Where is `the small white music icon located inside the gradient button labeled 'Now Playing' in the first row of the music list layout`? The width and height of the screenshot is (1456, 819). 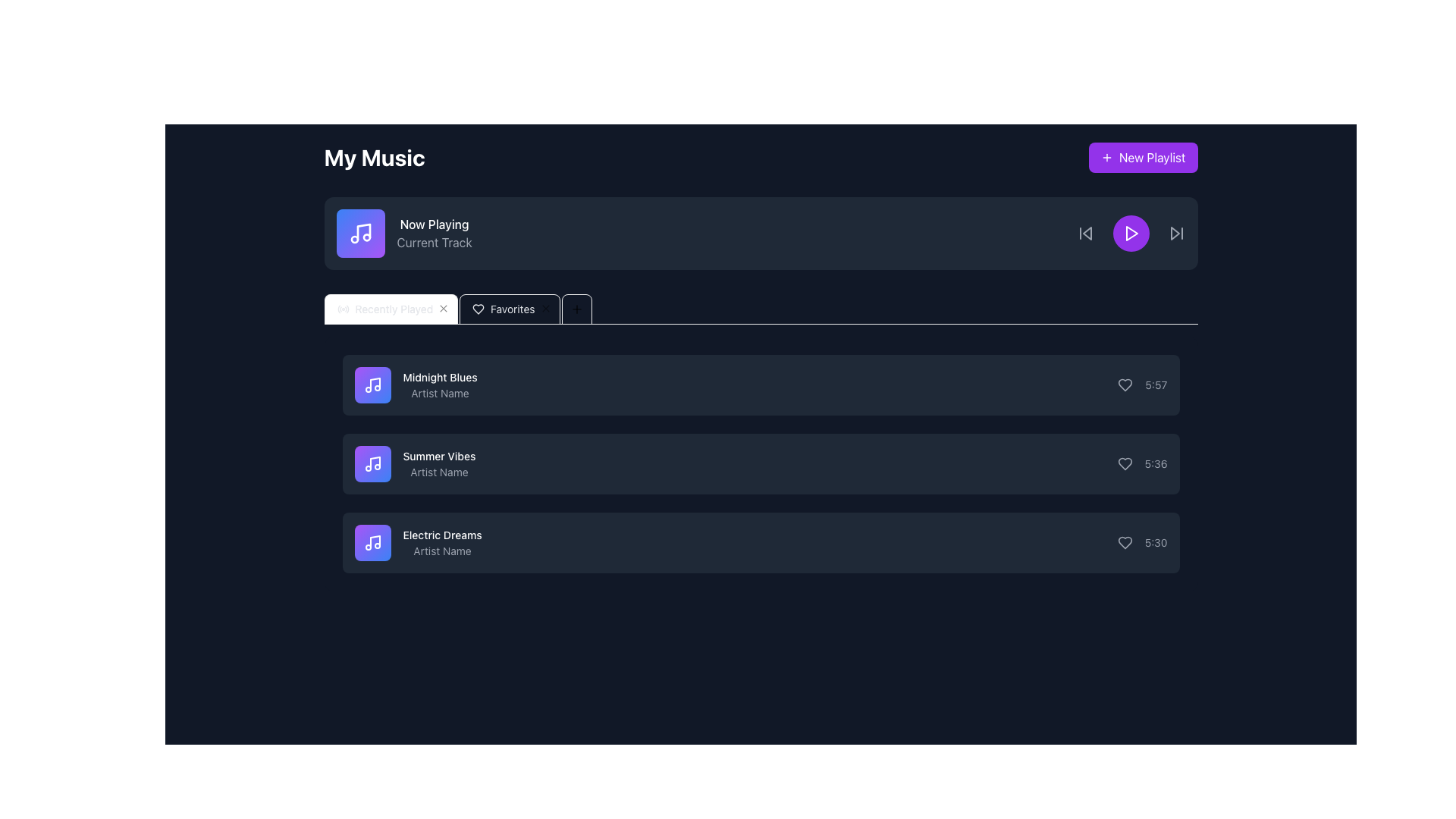
the small white music icon located inside the gradient button labeled 'Now Playing' in the first row of the music list layout is located at coordinates (372, 384).